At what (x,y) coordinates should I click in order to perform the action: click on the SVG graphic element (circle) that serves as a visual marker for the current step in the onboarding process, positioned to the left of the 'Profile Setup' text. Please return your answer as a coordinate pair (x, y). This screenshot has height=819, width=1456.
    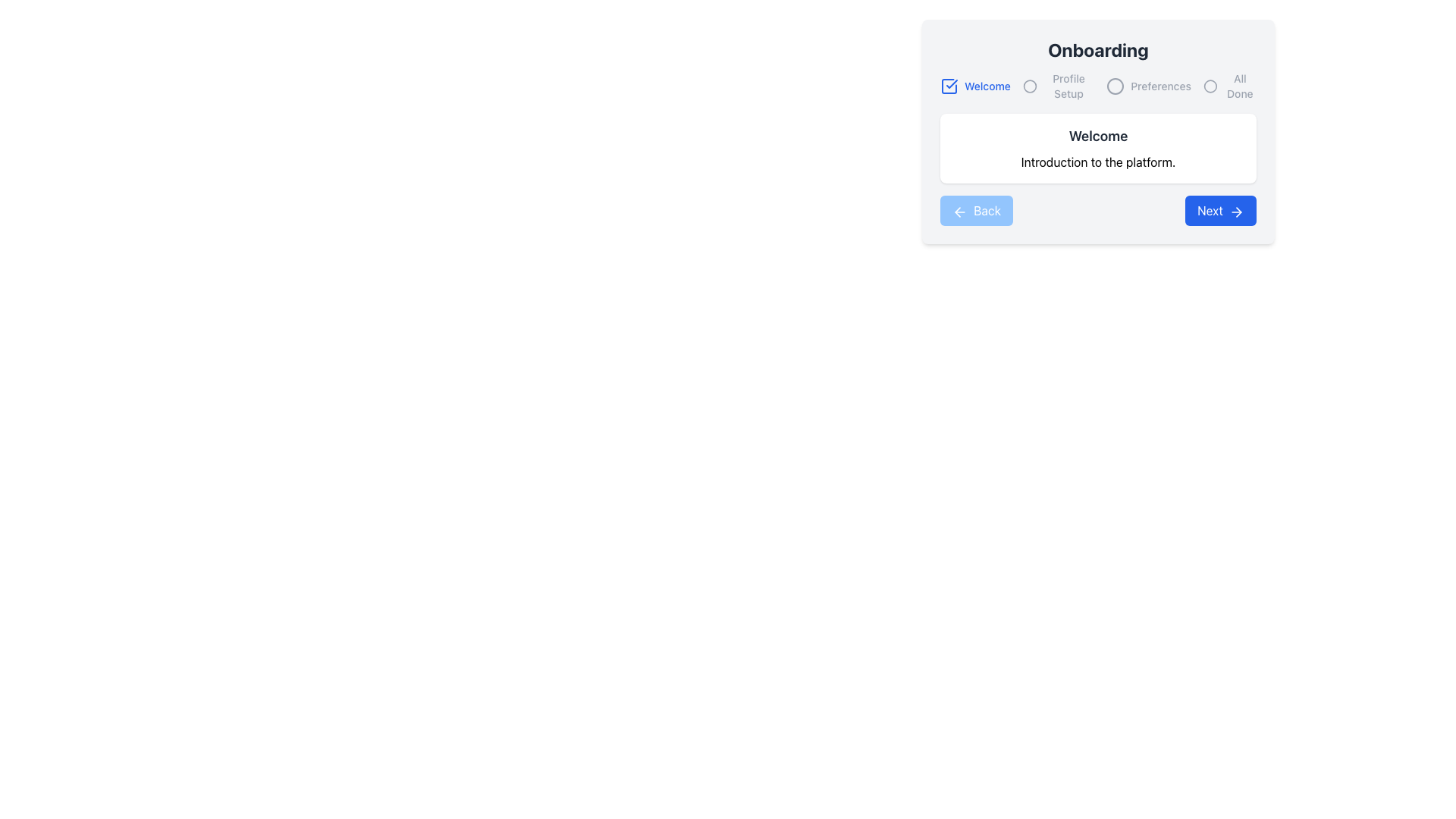
    Looking at the image, I should click on (1030, 86).